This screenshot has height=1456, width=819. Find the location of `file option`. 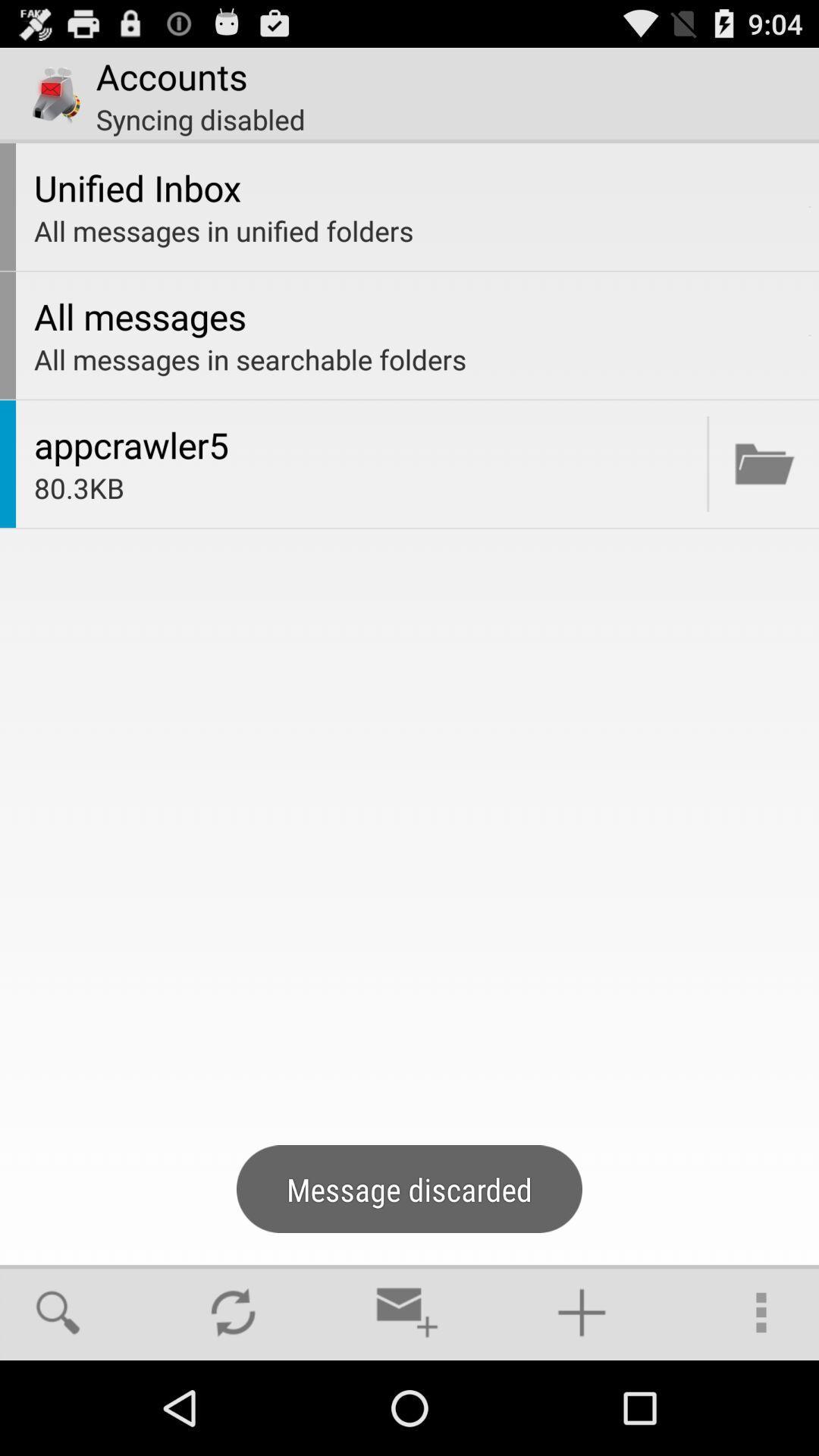

file option is located at coordinates (764, 463).